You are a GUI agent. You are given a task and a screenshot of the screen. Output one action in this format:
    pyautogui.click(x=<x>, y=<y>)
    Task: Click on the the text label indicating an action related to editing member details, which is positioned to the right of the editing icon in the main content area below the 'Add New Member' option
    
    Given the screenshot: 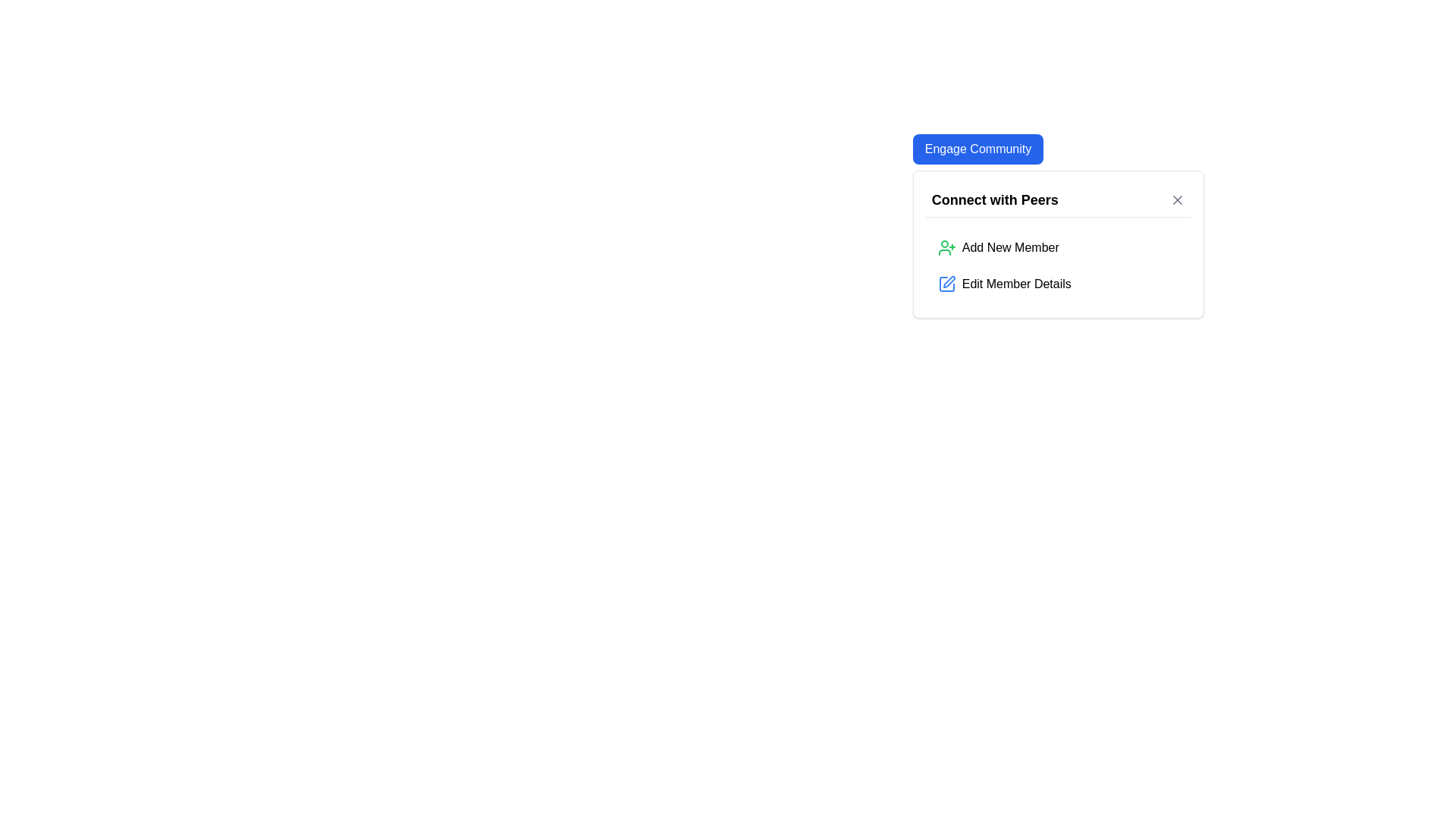 What is the action you would take?
    pyautogui.click(x=1016, y=284)
    